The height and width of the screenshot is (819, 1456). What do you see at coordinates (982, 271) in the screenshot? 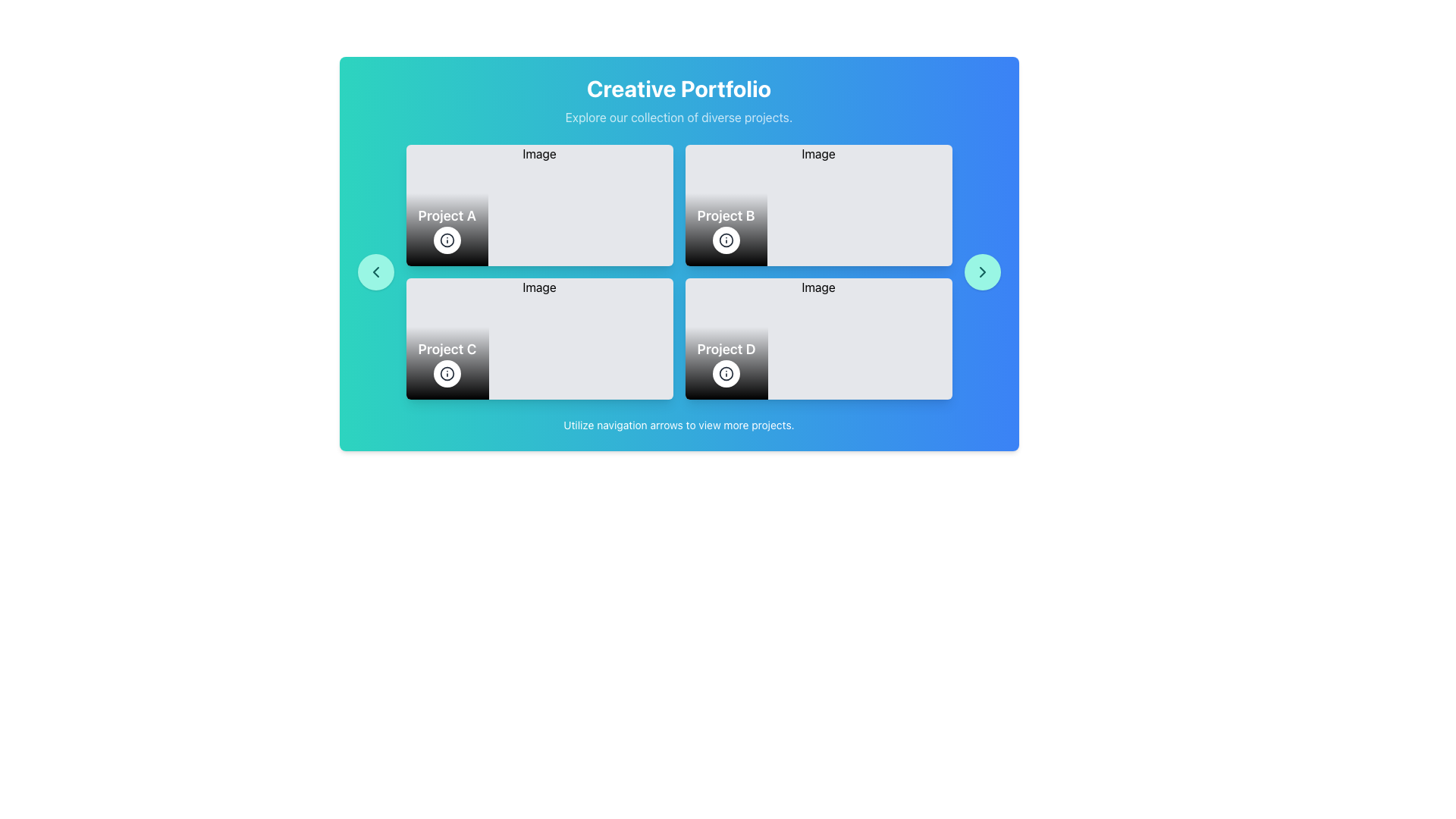
I see `the right-pointing chevron icon embedded in the navigation button` at bounding box center [982, 271].